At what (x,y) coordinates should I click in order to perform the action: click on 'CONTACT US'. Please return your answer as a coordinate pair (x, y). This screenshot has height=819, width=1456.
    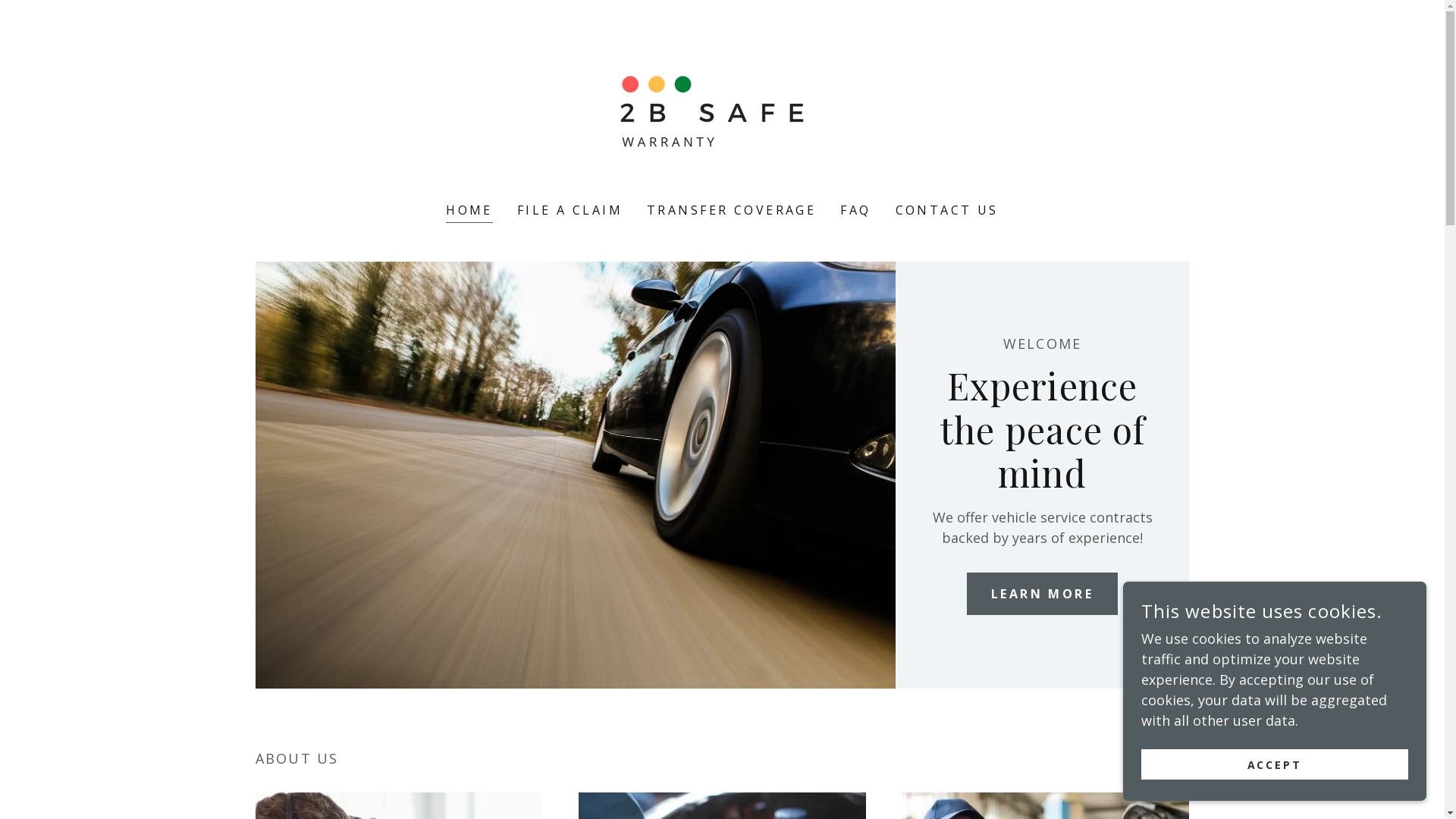
    Looking at the image, I should click on (946, 210).